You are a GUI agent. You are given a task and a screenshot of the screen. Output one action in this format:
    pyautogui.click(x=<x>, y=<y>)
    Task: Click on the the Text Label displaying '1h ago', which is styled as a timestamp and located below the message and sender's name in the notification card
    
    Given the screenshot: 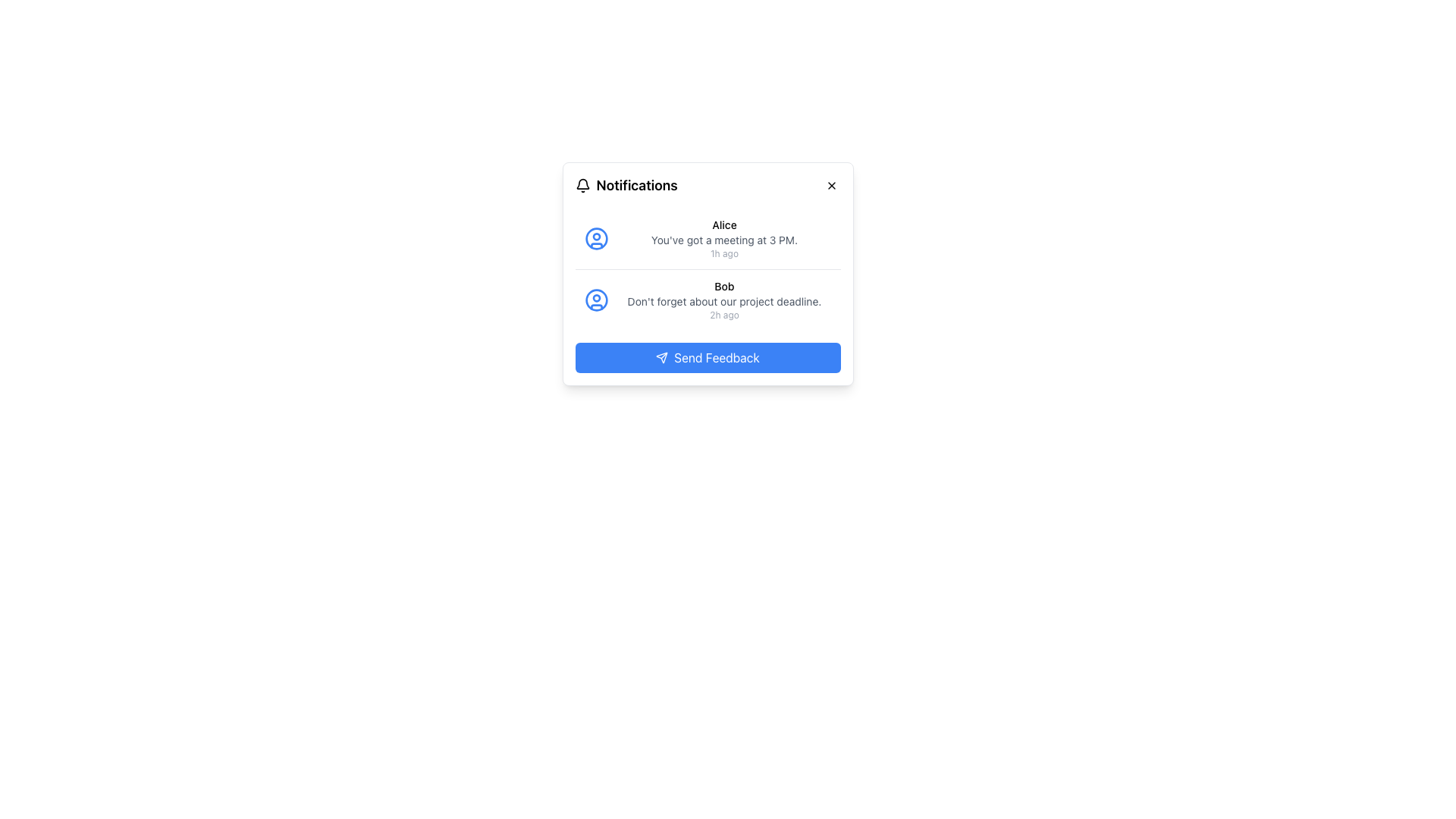 What is the action you would take?
    pyautogui.click(x=723, y=253)
    